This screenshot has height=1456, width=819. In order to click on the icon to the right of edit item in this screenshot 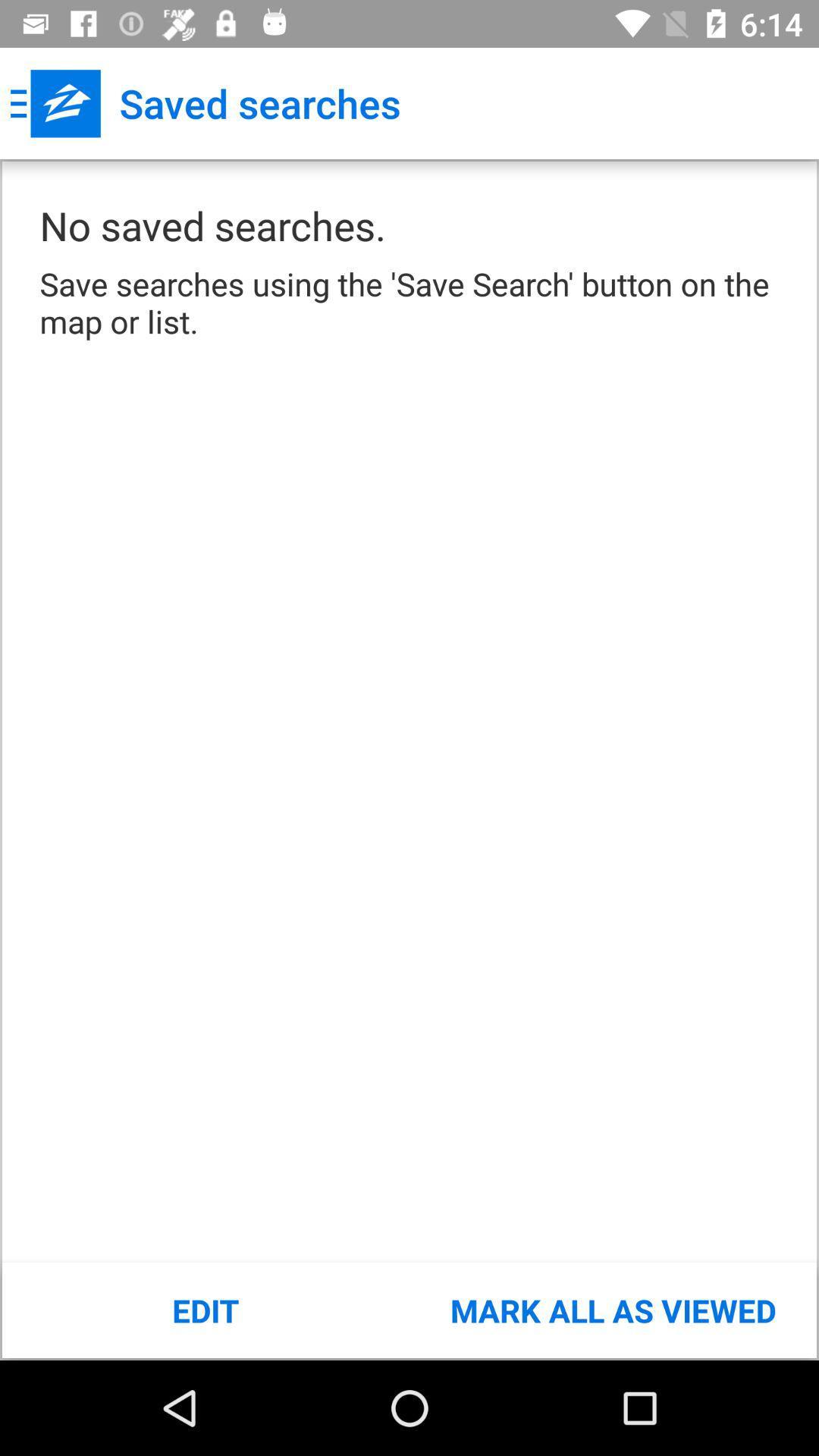, I will do `click(612, 1310)`.